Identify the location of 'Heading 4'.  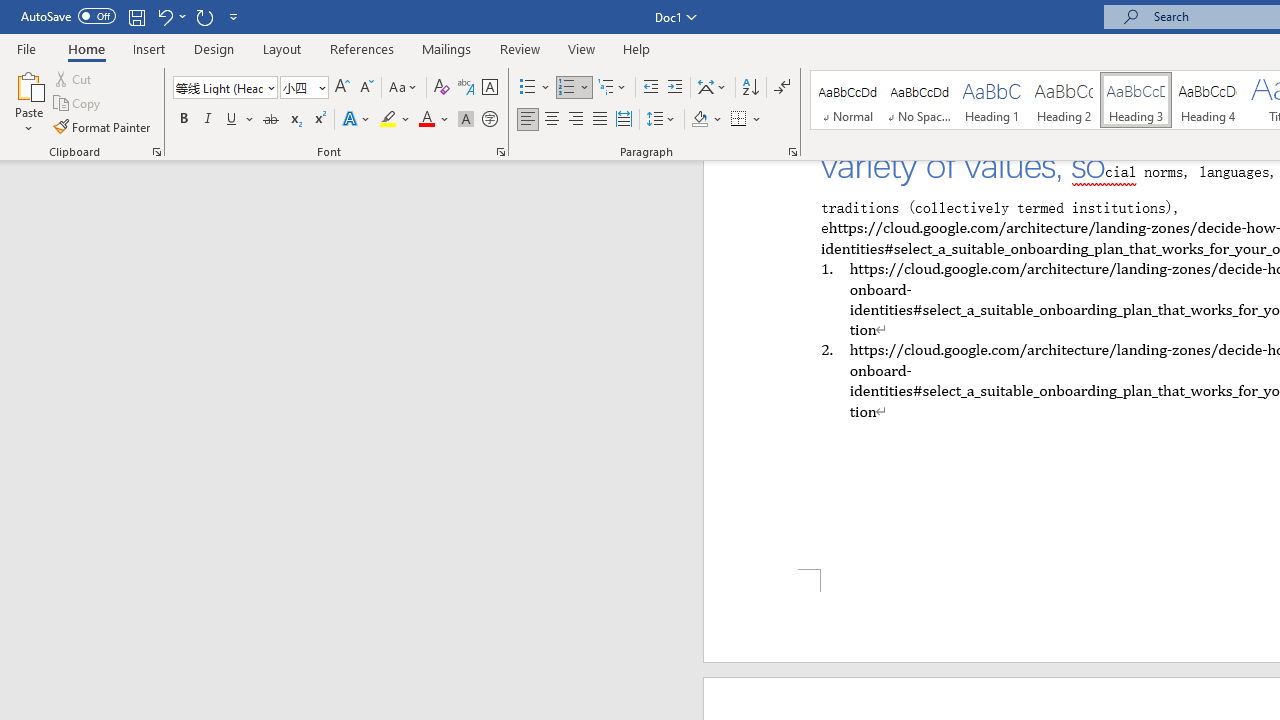
(1207, 100).